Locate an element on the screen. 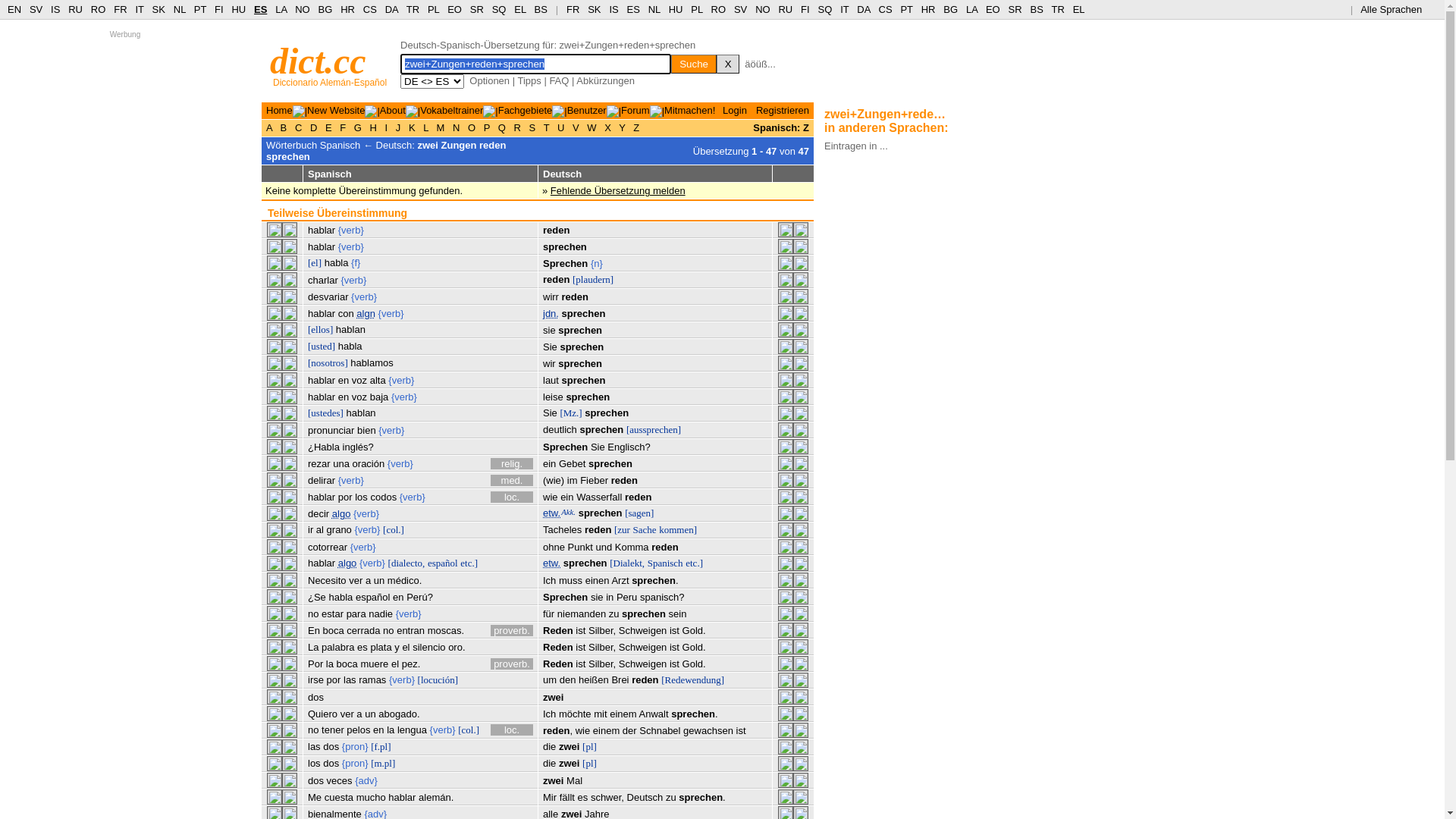 The width and height of the screenshot is (1456, 819). 'sprechen' is located at coordinates (644, 613).